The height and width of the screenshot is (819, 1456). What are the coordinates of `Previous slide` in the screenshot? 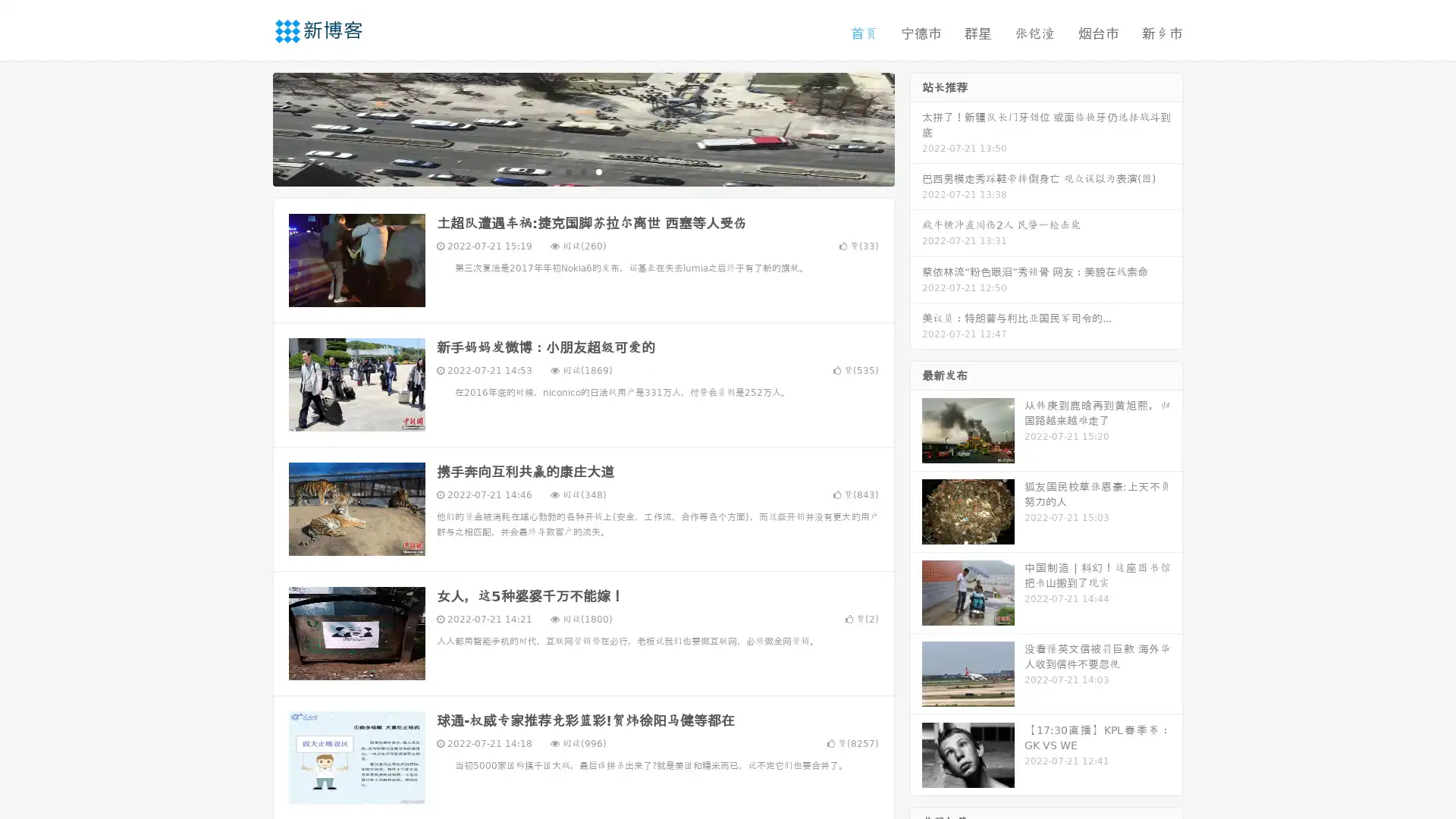 It's located at (250, 127).